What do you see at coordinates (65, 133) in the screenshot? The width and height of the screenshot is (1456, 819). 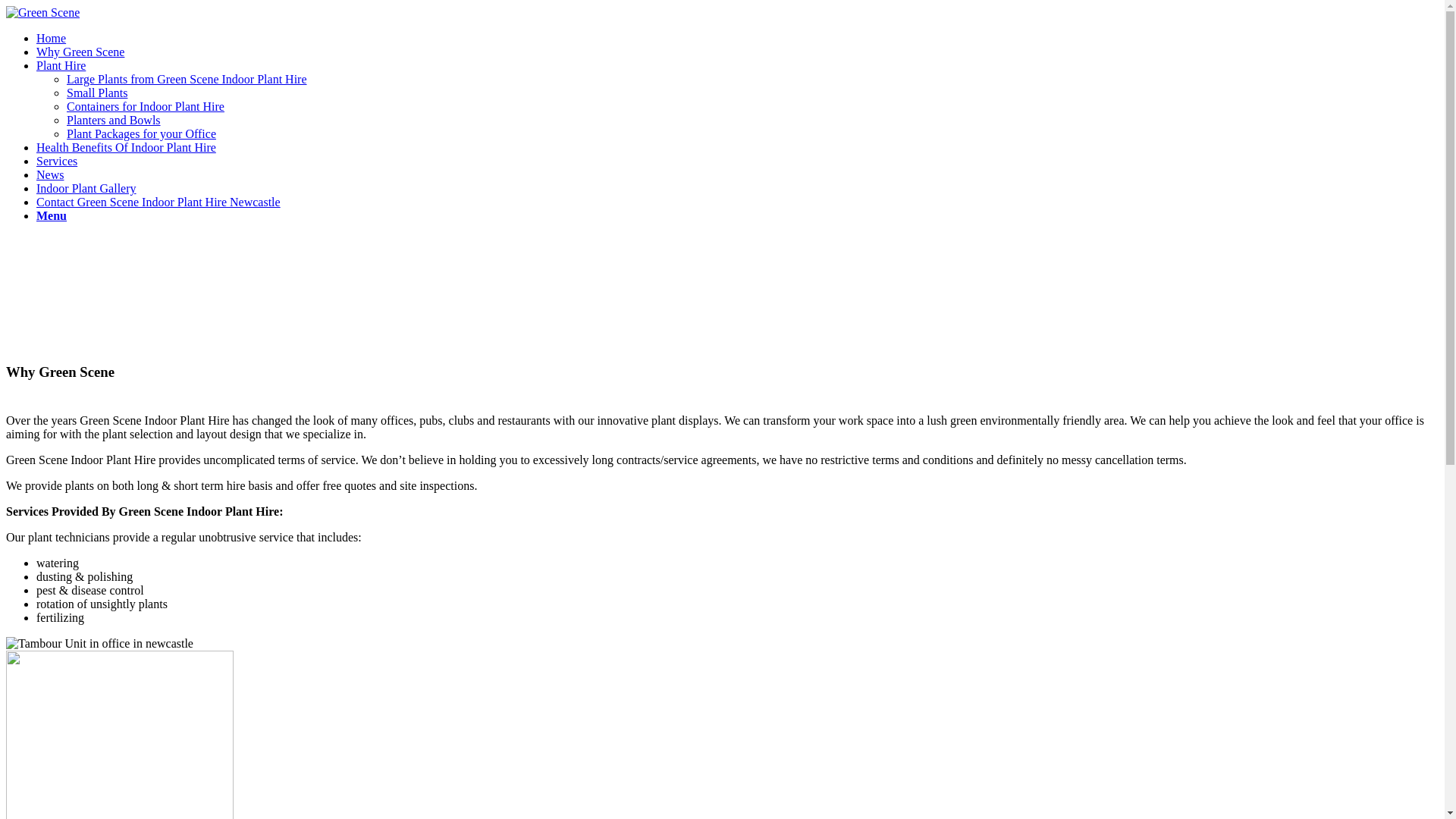 I see `'Plant Packages for your Office'` at bounding box center [65, 133].